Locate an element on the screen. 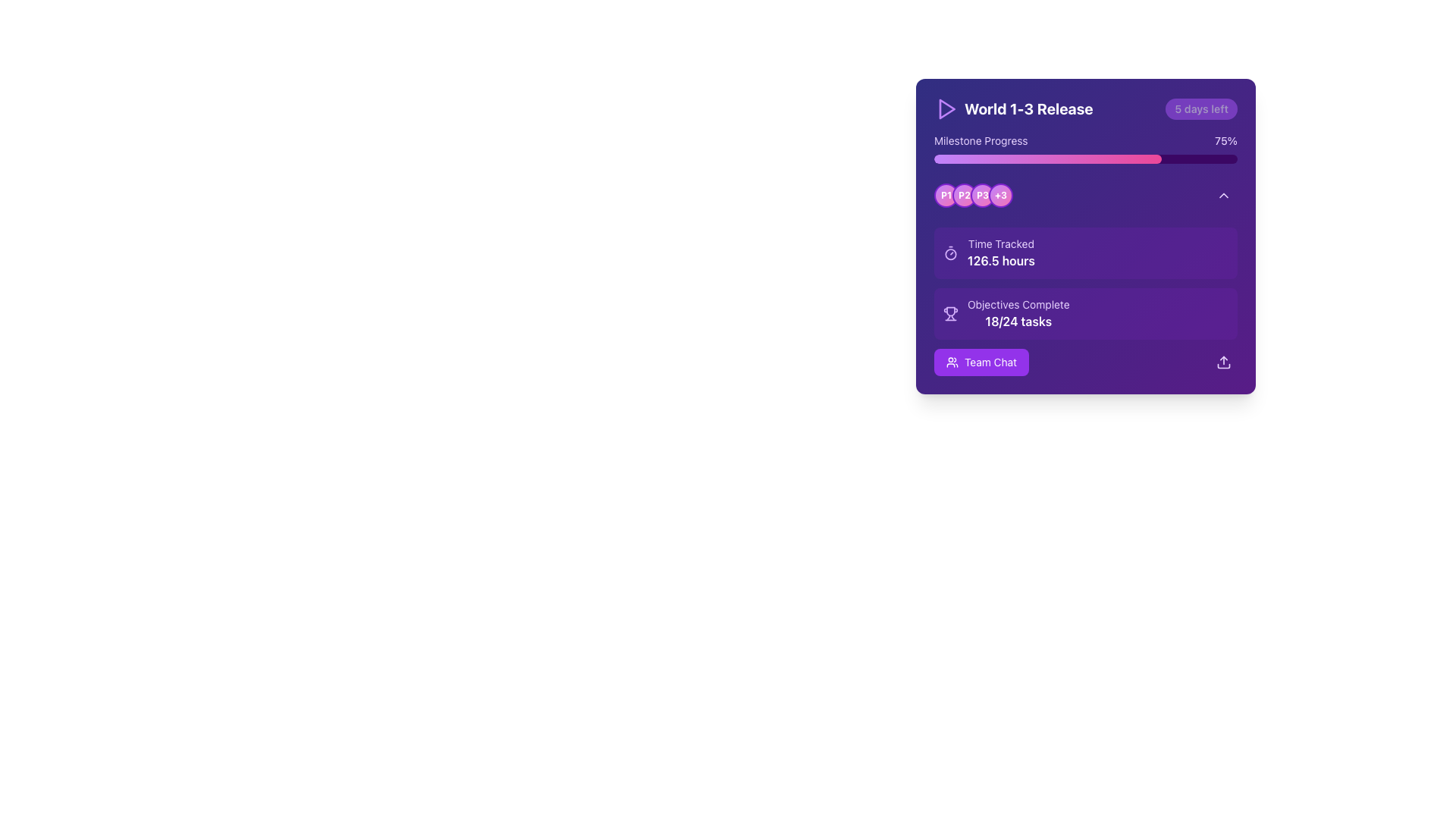 This screenshot has height=819, width=1456. the chevron icon button located at the upper section of the card-like widget is located at coordinates (1223, 195).